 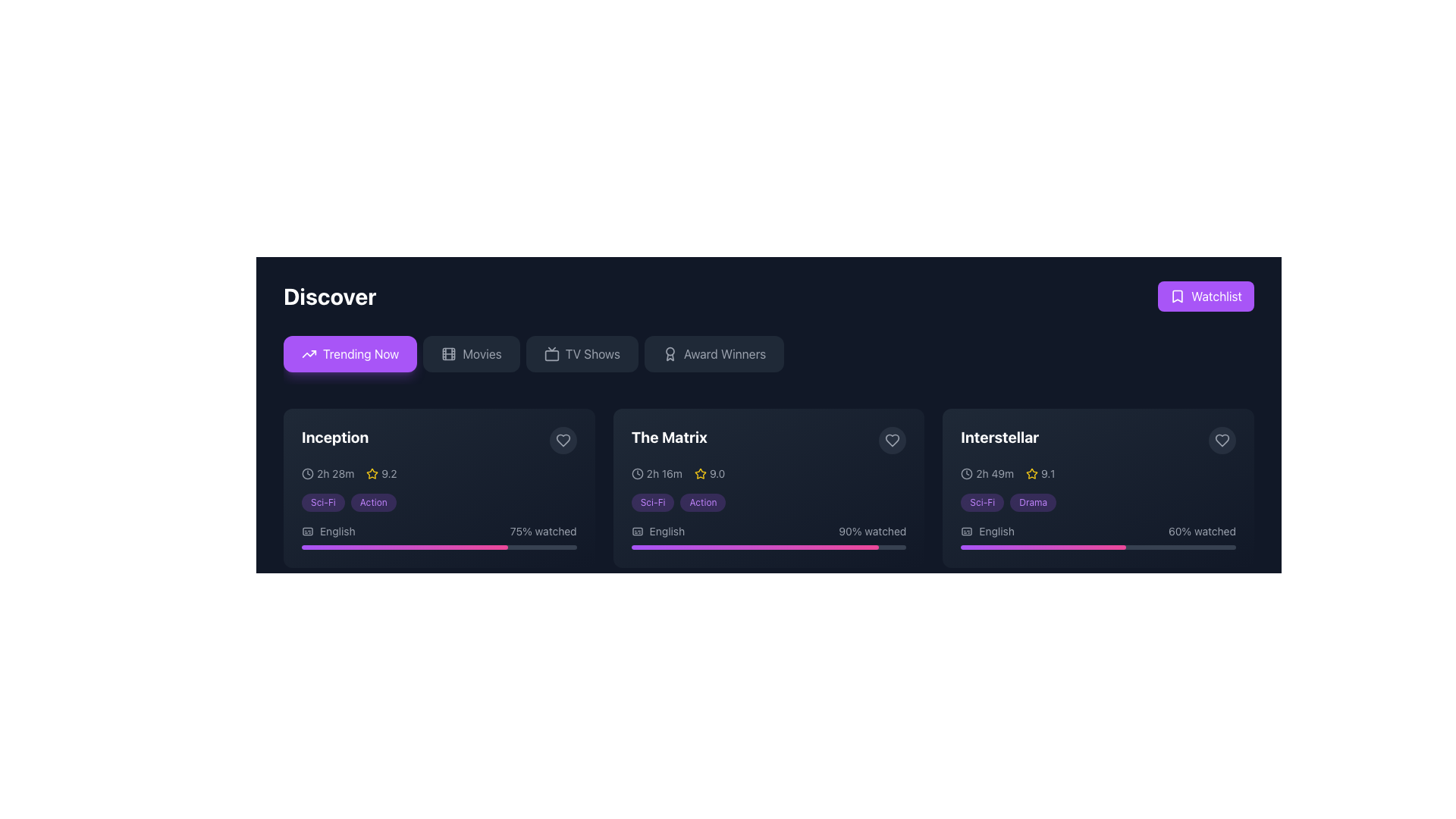 I want to click on the Progress display for 'The Matrix' movie, so click(x=768, y=536).